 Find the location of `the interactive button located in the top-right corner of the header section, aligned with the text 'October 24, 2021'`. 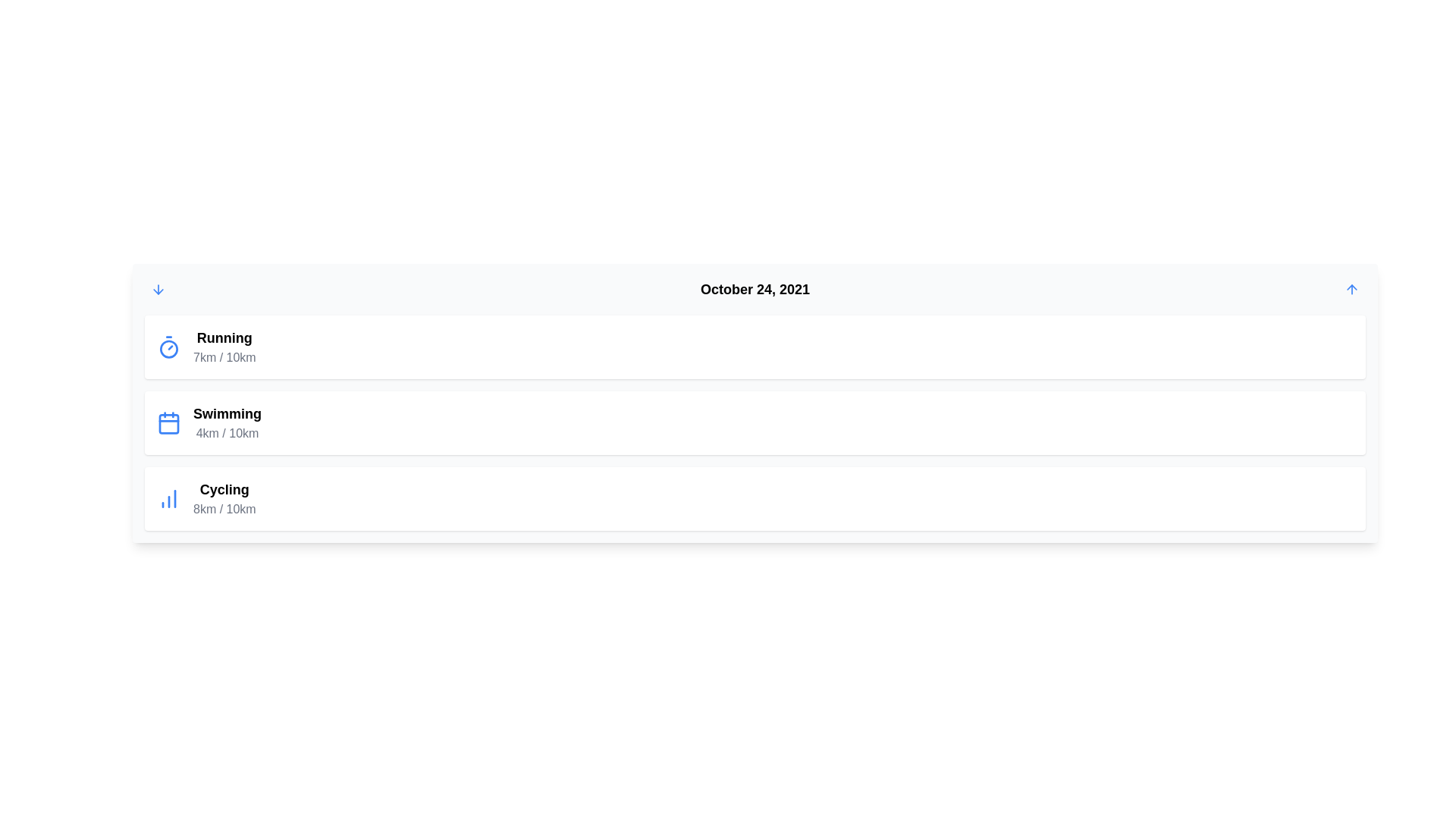

the interactive button located in the top-right corner of the header section, aligned with the text 'October 24, 2021' is located at coordinates (1351, 289).